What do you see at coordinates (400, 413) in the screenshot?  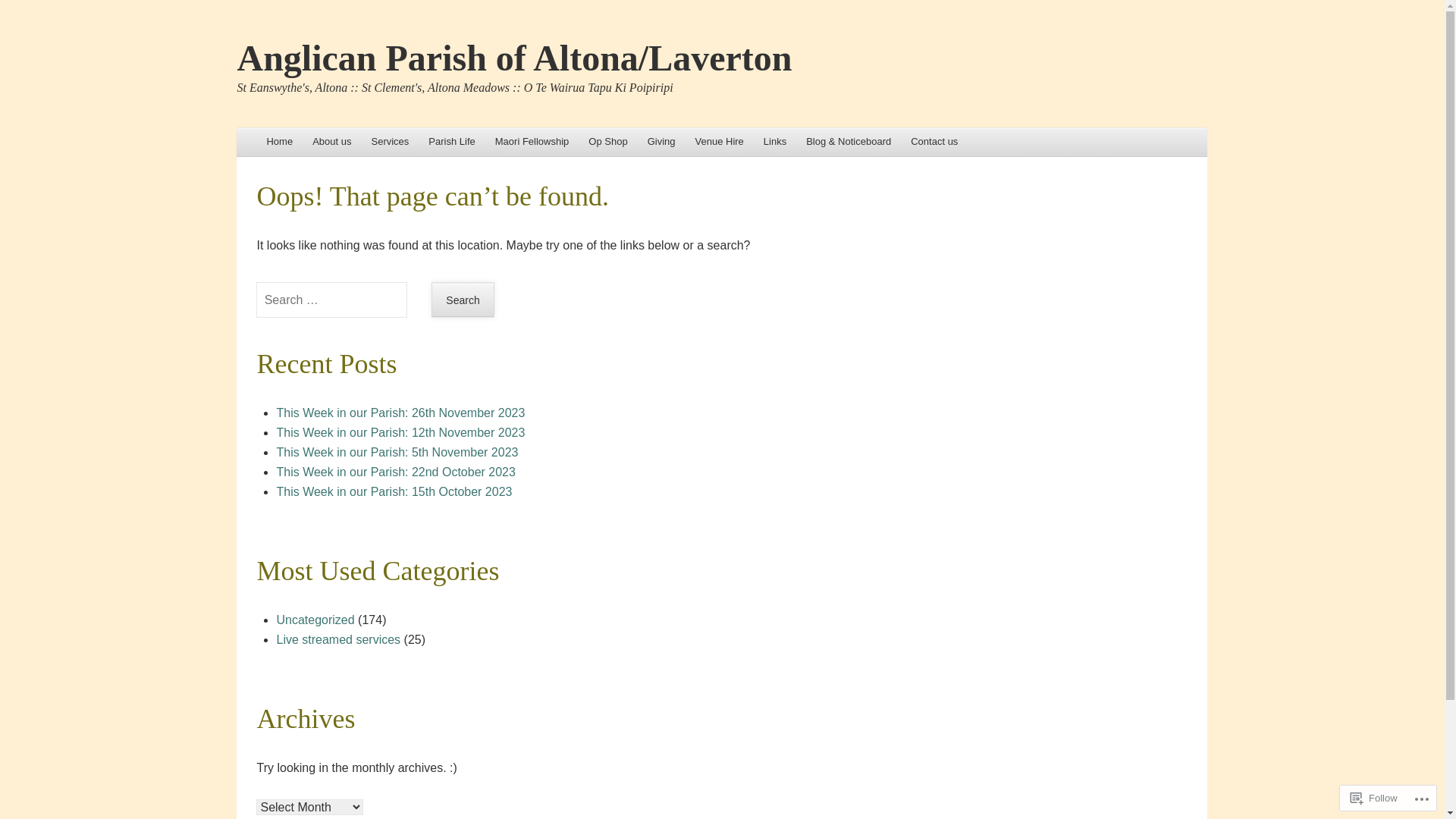 I see `'This Week in our Parish: 26th November 2023'` at bounding box center [400, 413].